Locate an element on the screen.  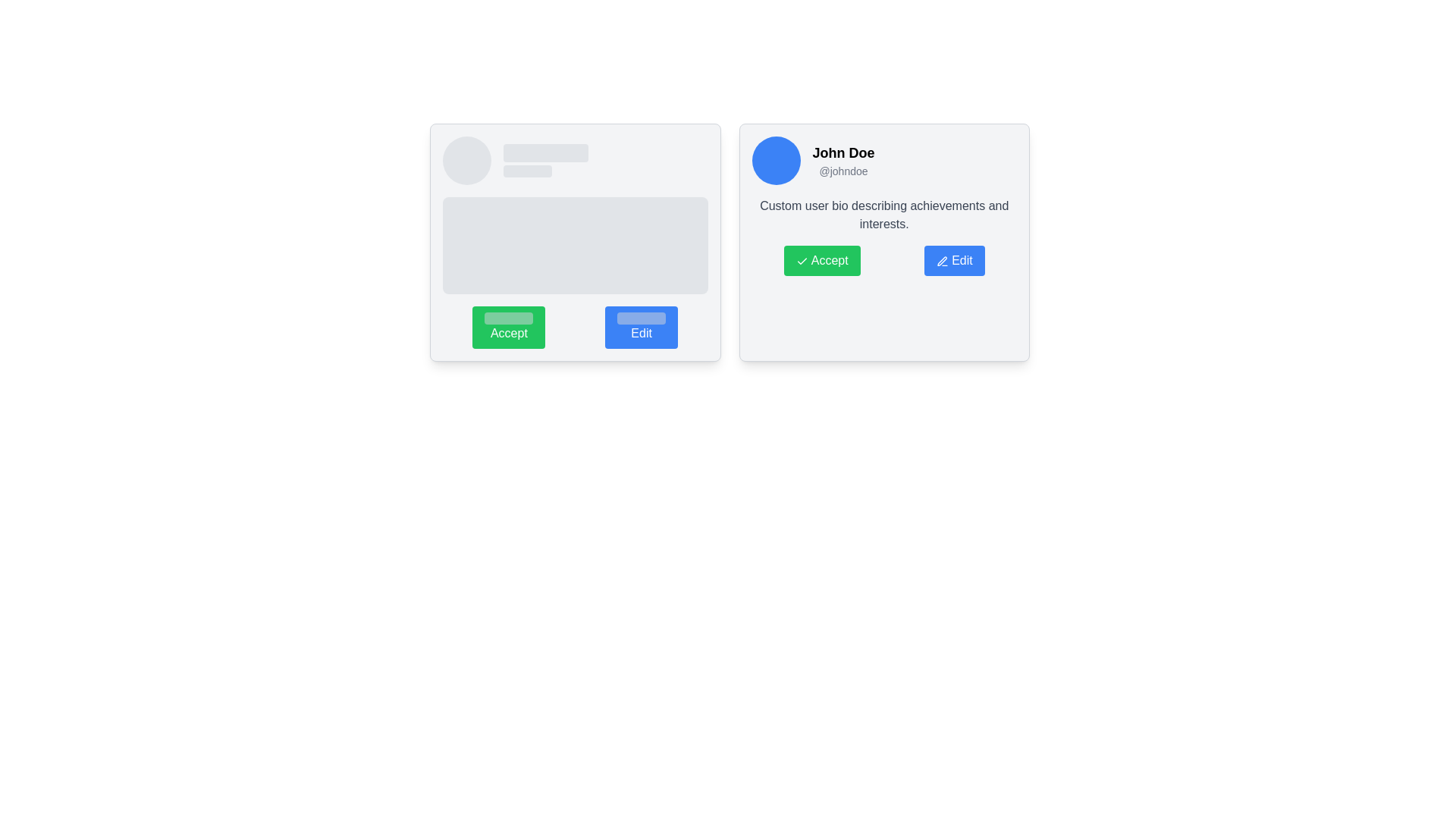
the 'Edit' button, which has a blue background and white text, positioned to the right of the 'Accept' button in a horizontal arrangement is located at coordinates (642, 327).